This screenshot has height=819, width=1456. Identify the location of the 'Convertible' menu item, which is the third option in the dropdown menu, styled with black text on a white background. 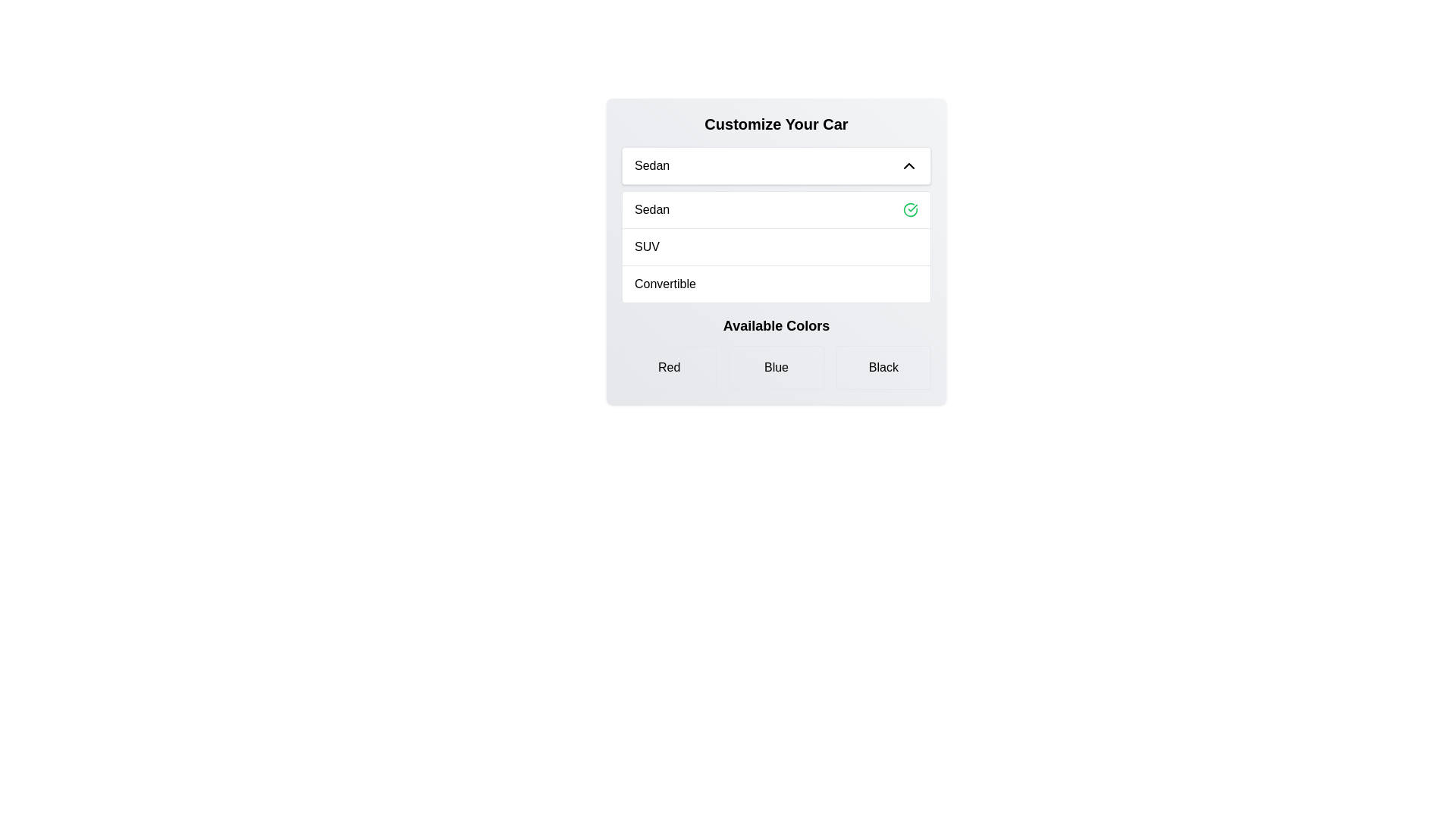
(665, 284).